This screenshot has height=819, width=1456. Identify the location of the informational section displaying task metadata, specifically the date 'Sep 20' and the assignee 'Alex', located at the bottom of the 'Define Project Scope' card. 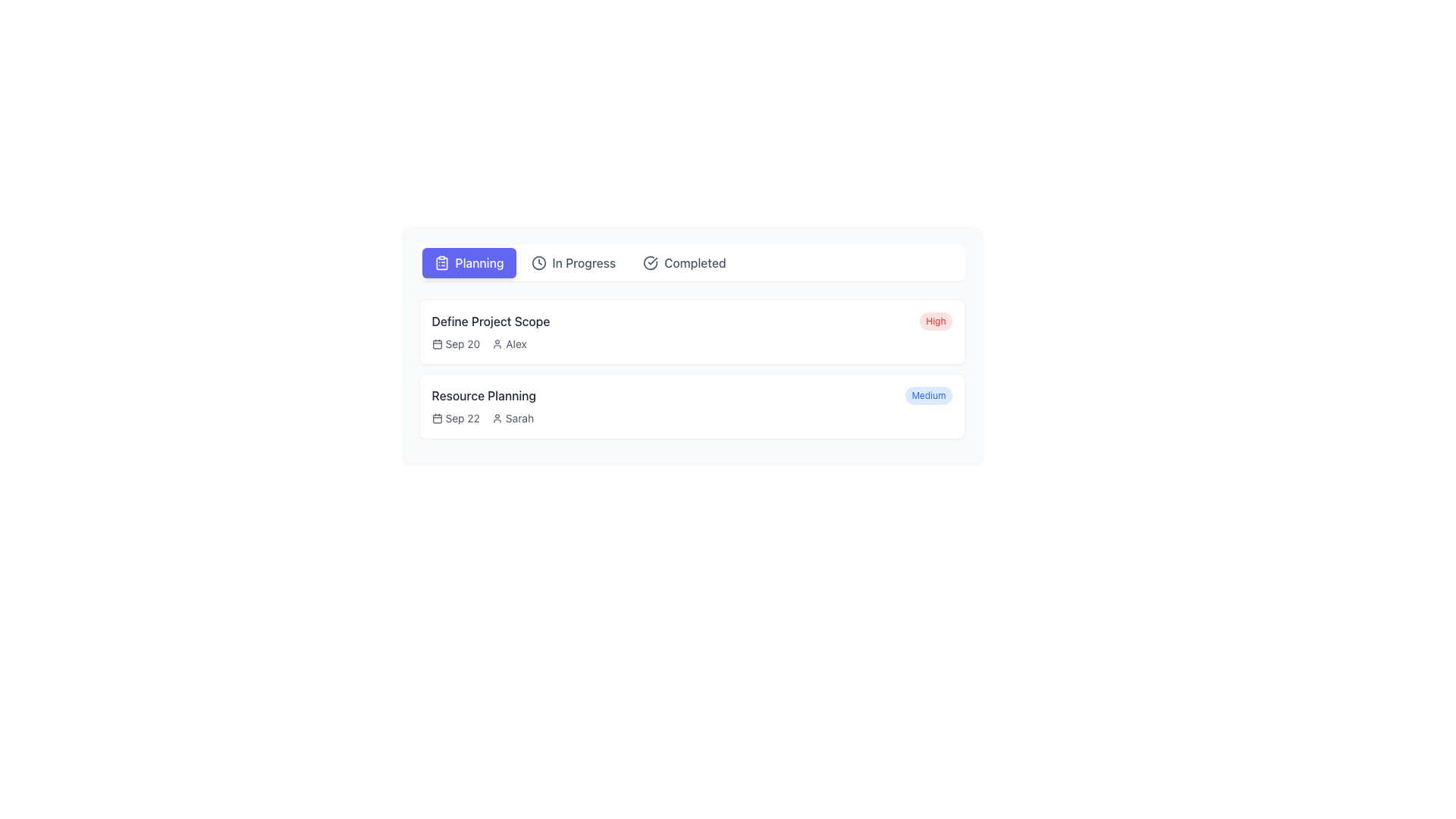
(691, 344).